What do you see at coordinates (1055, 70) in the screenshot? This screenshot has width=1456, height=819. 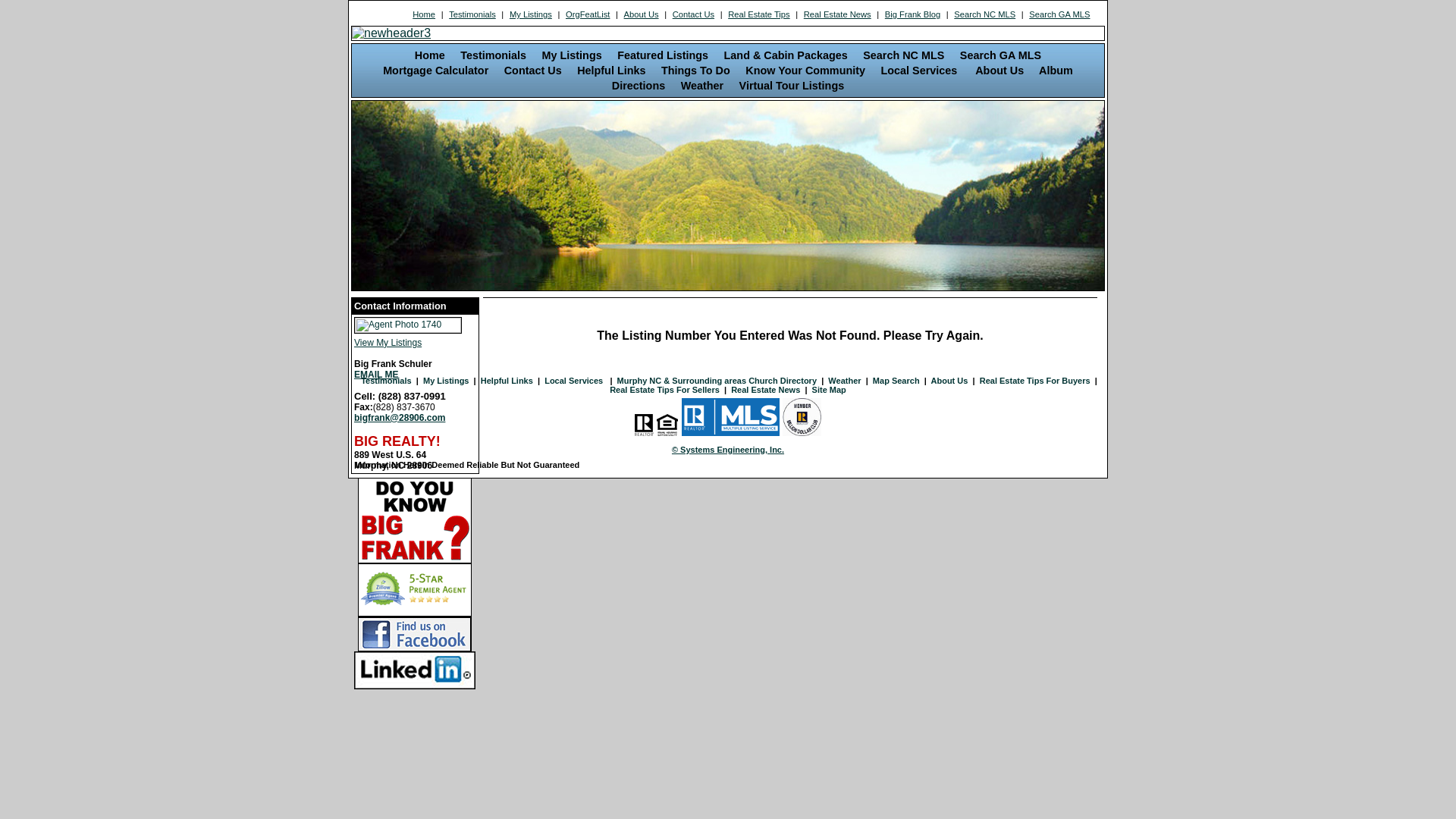 I see `'Album'` at bounding box center [1055, 70].